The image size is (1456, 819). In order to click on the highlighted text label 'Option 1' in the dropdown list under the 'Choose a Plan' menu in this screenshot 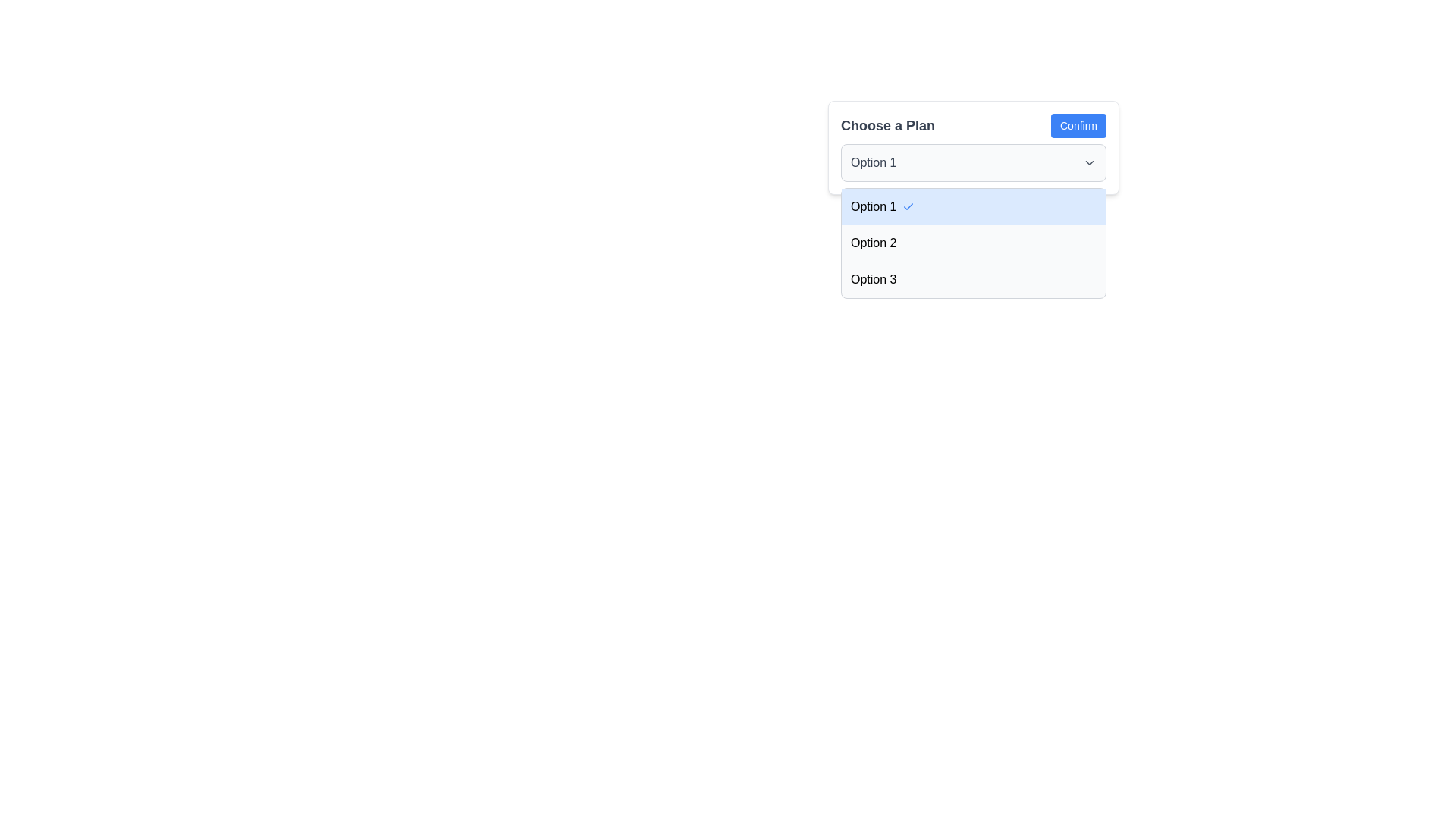, I will do `click(874, 207)`.